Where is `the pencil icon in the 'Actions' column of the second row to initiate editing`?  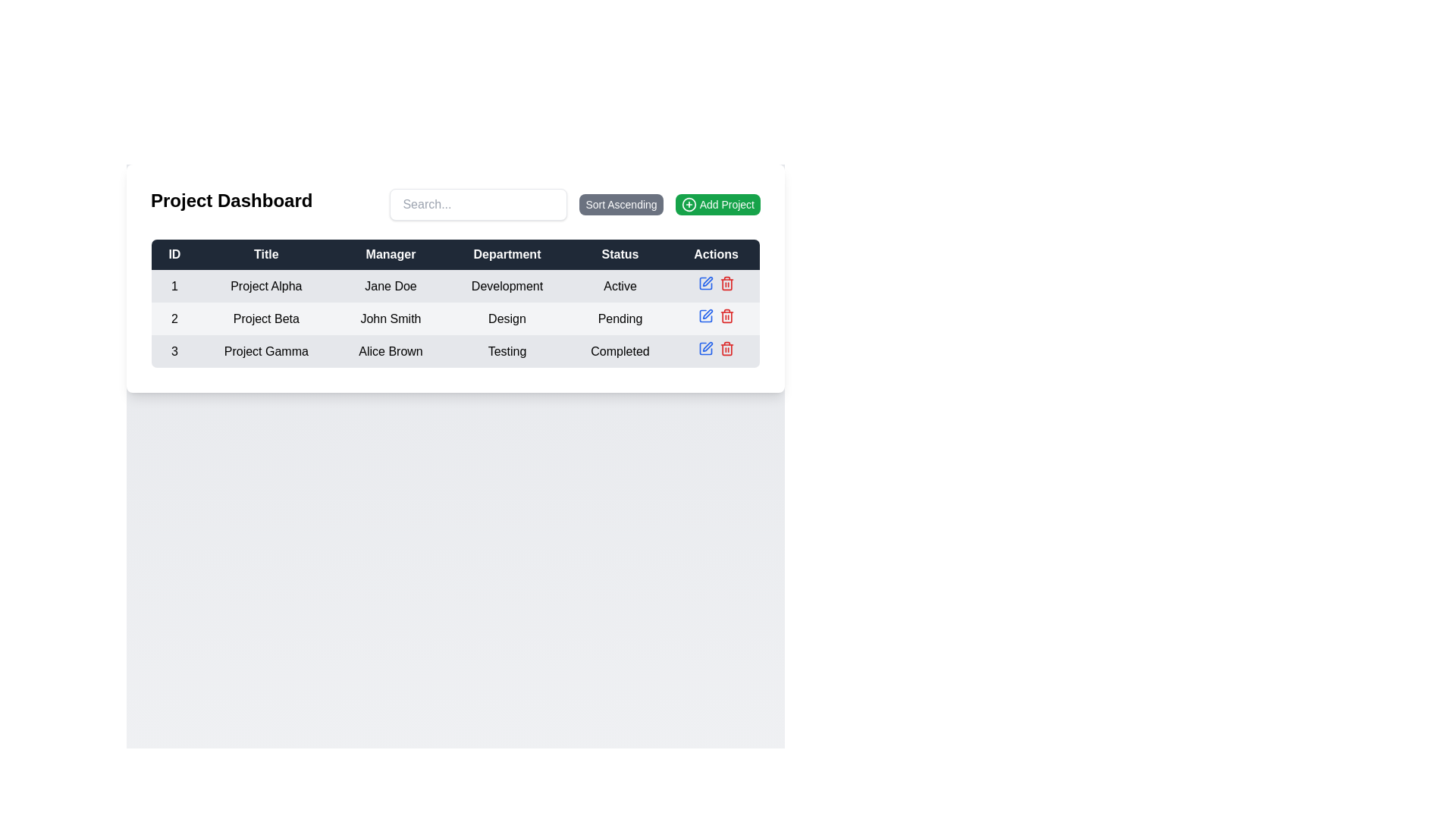 the pencil icon in the 'Actions' column of the second row to initiate editing is located at coordinates (707, 281).